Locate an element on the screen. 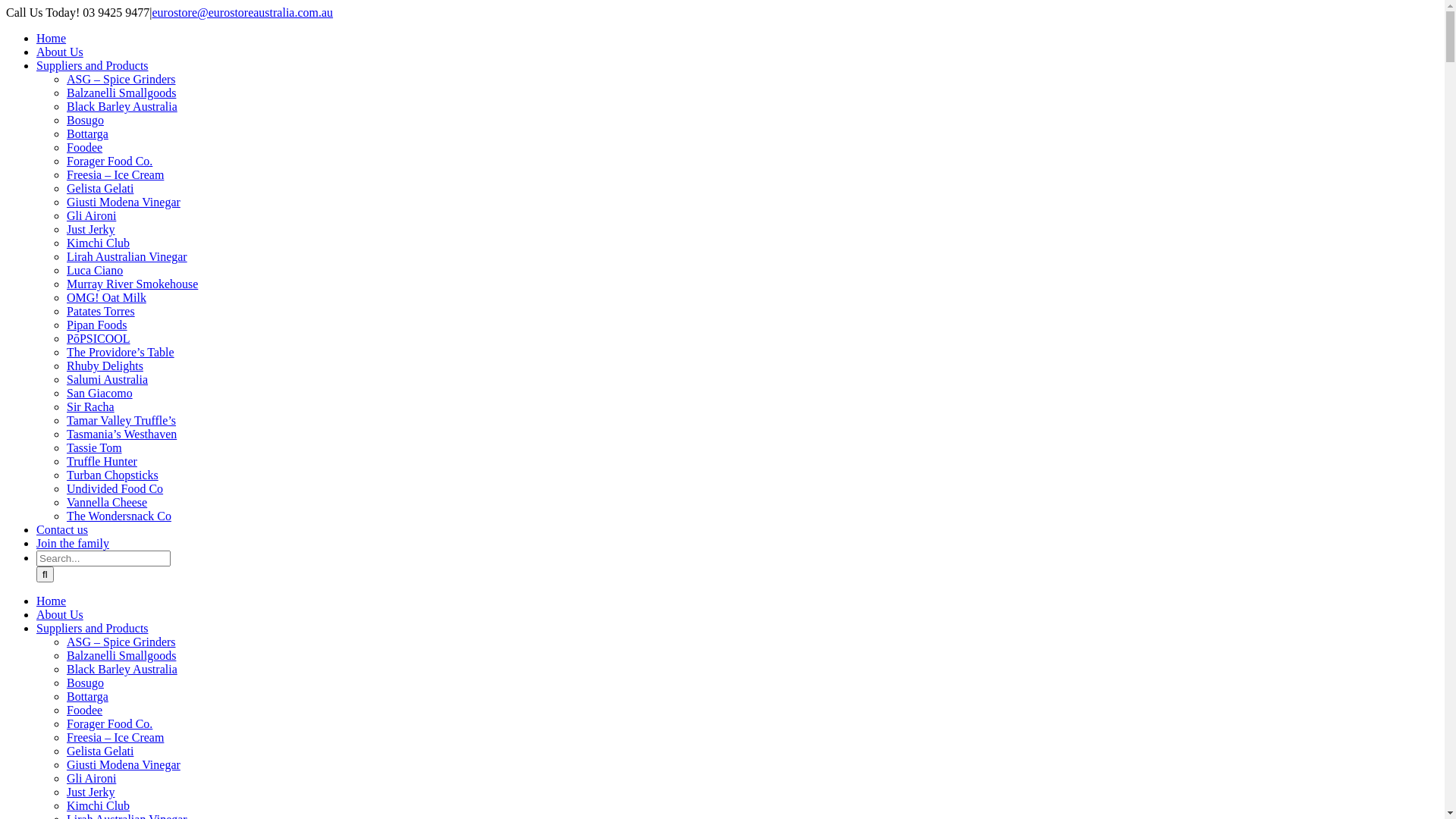 The image size is (1456, 819). 'Contact us' is located at coordinates (61, 529).